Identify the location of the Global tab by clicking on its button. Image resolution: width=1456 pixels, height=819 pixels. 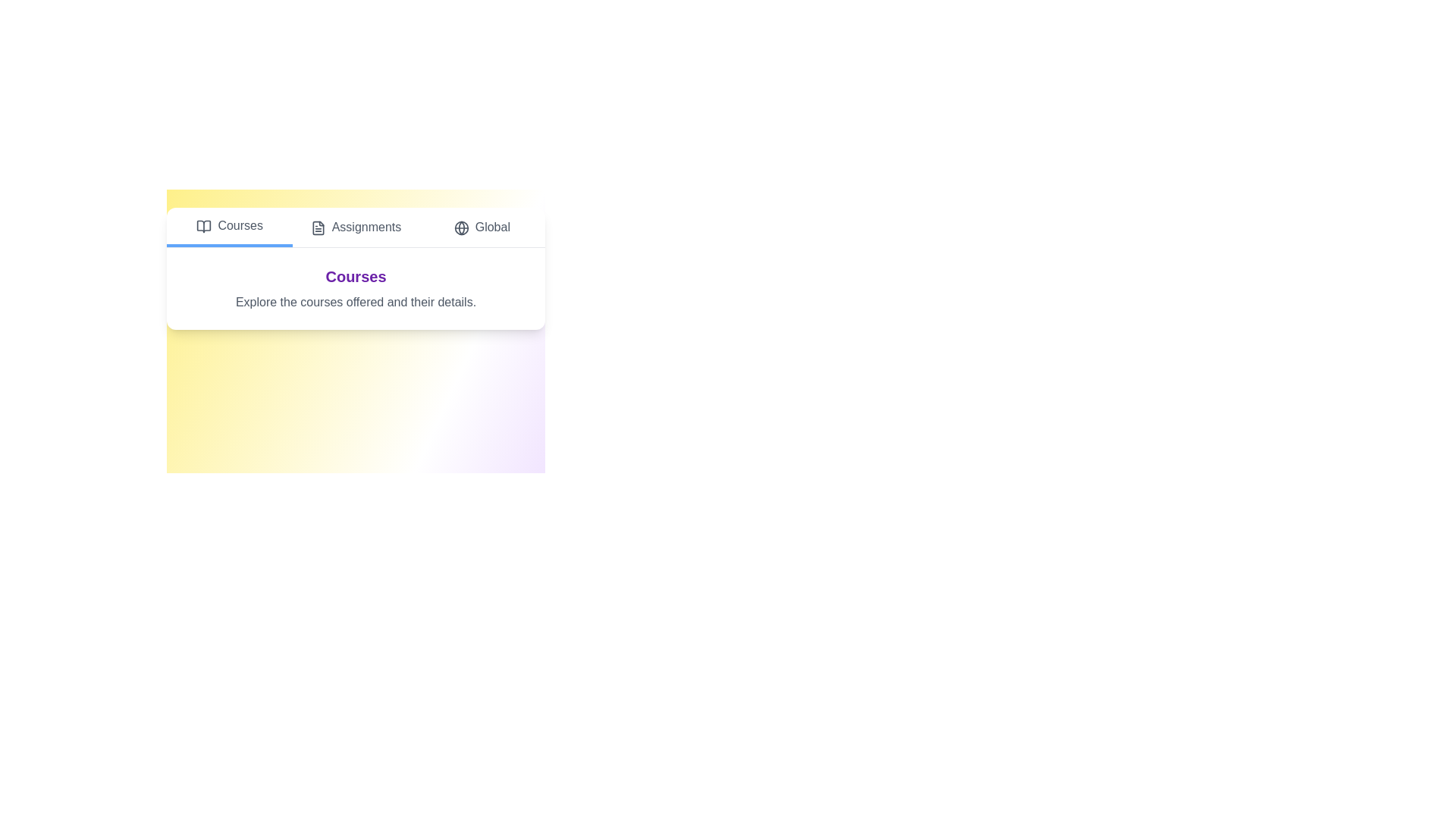
(480, 227).